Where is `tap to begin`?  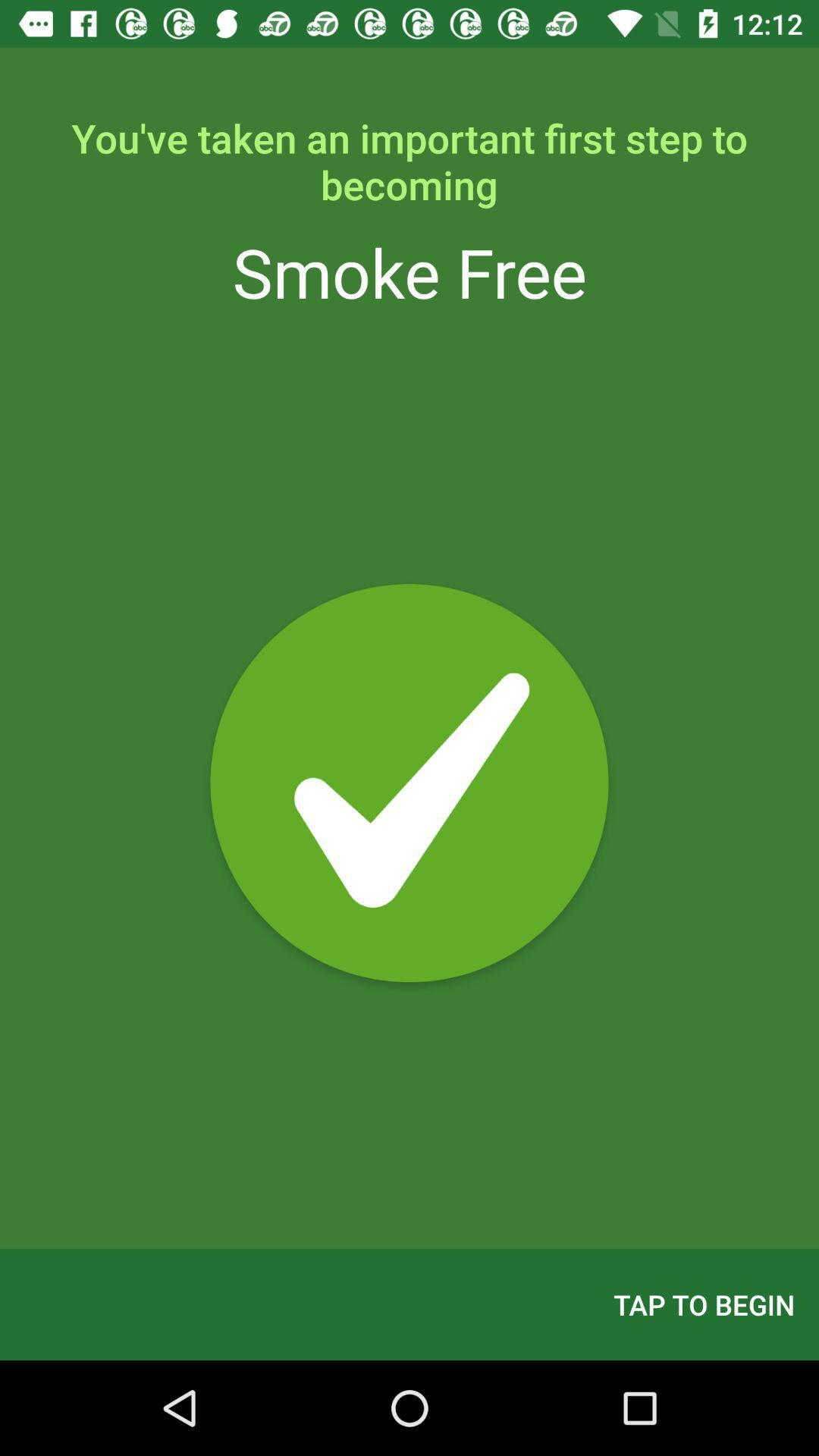 tap to begin is located at coordinates (704, 1304).